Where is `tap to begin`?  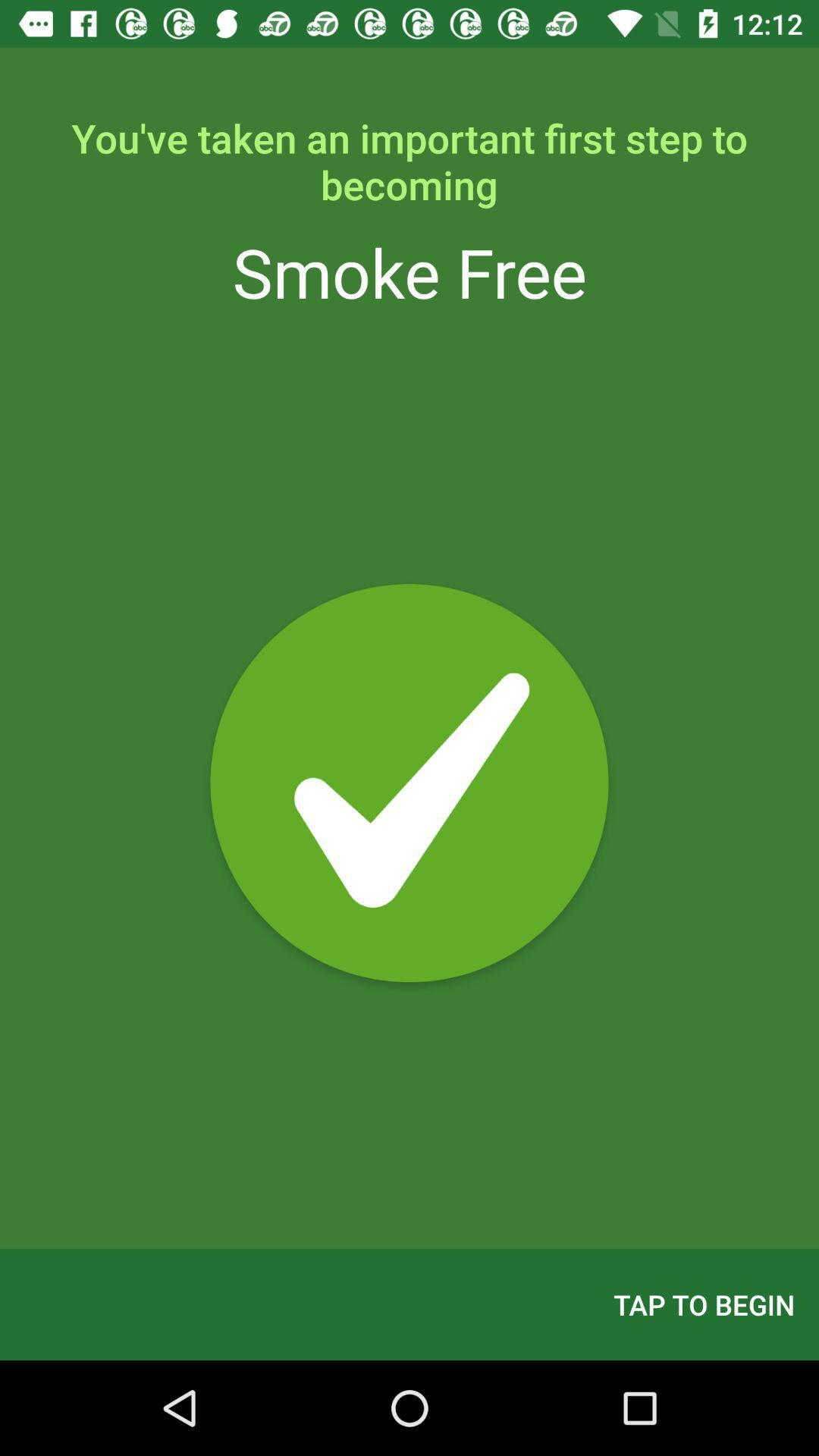 tap to begin is located at coordinates (704, 1304).